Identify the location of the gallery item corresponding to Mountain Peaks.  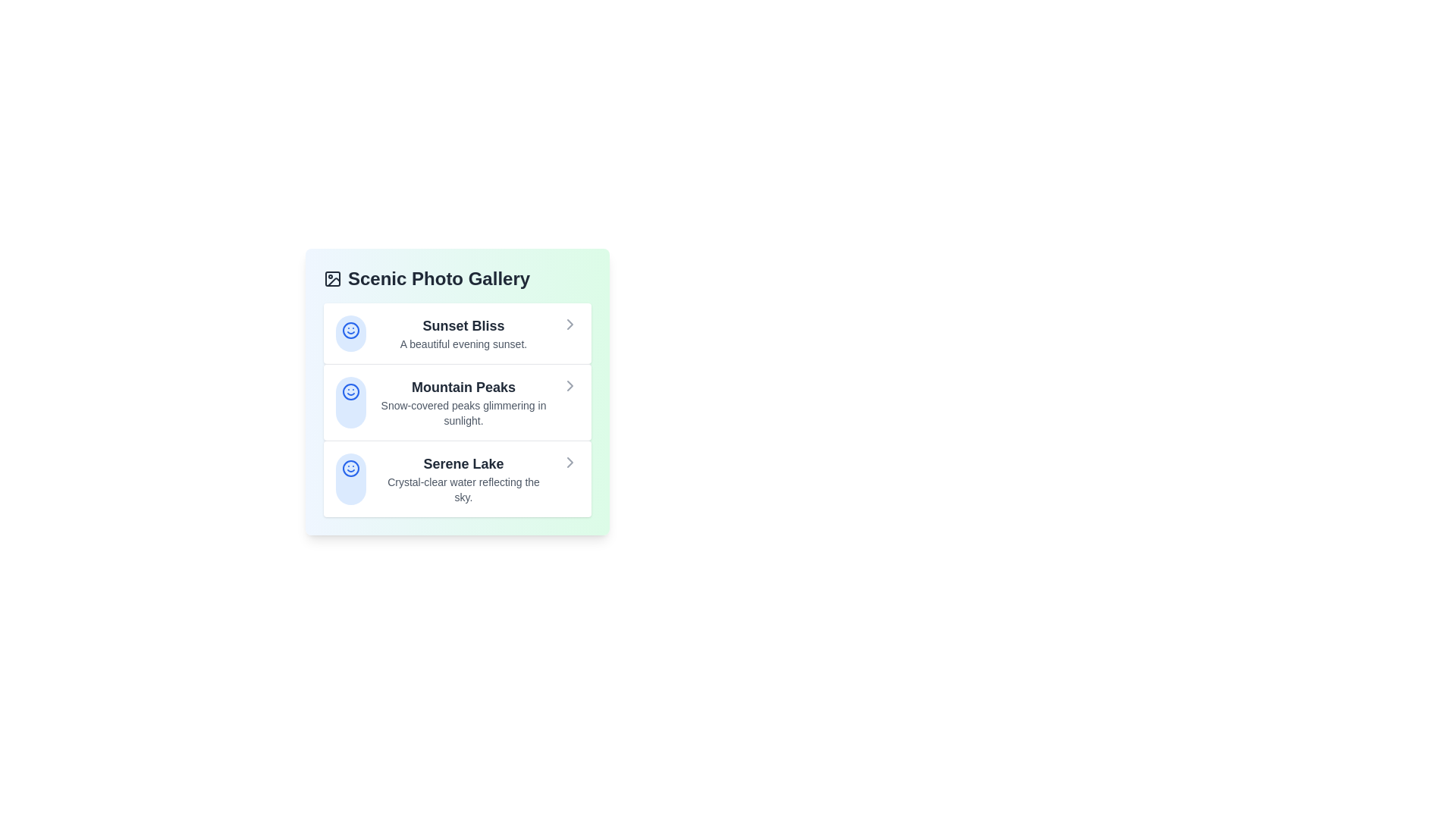
(457, 401).